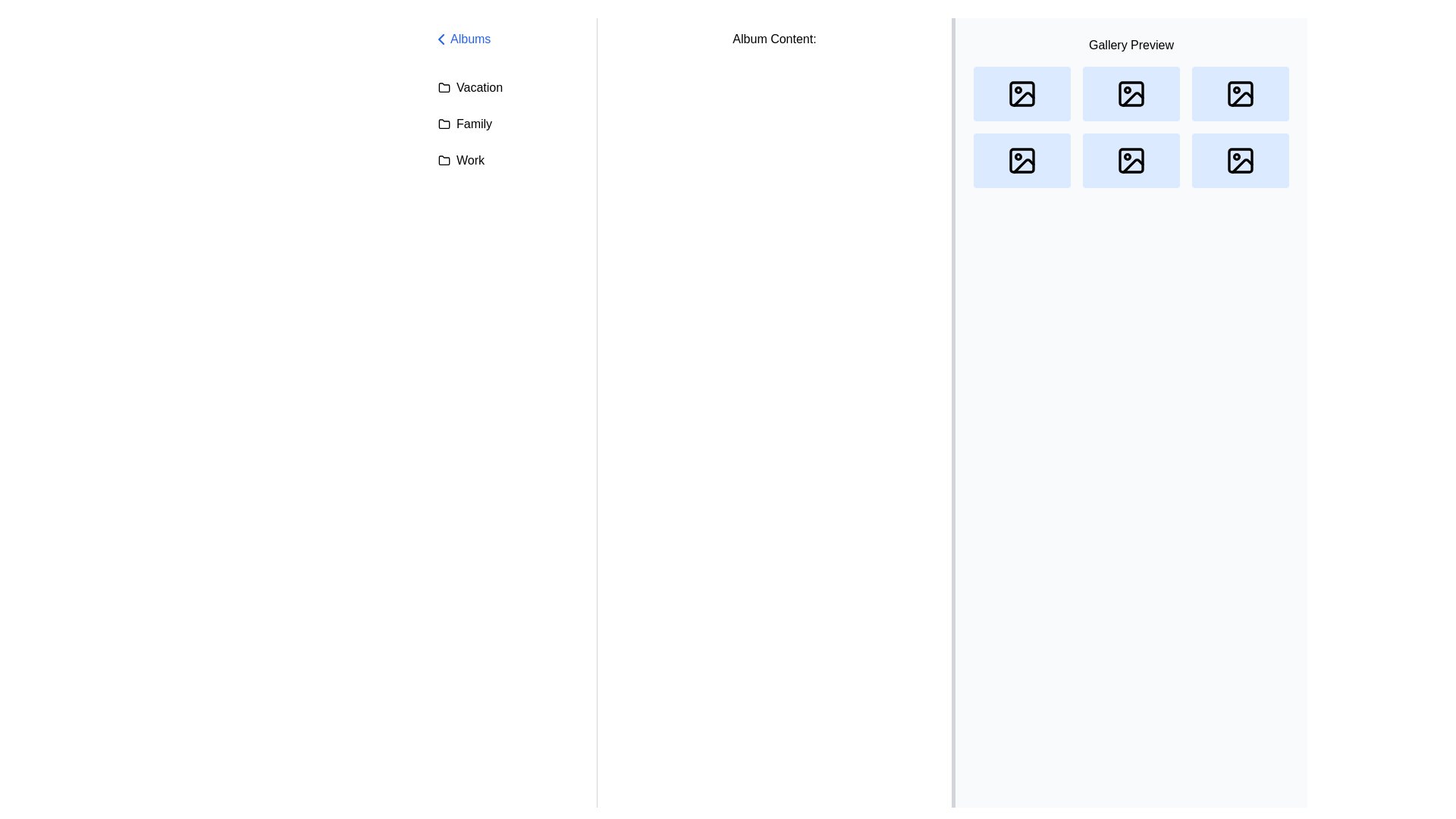 This screenshot has width=1456, height=819. What do you see at coordinates (1022, 161) in the screenshot?
I see `the image placeholder` at bounding box center [1022, 161].